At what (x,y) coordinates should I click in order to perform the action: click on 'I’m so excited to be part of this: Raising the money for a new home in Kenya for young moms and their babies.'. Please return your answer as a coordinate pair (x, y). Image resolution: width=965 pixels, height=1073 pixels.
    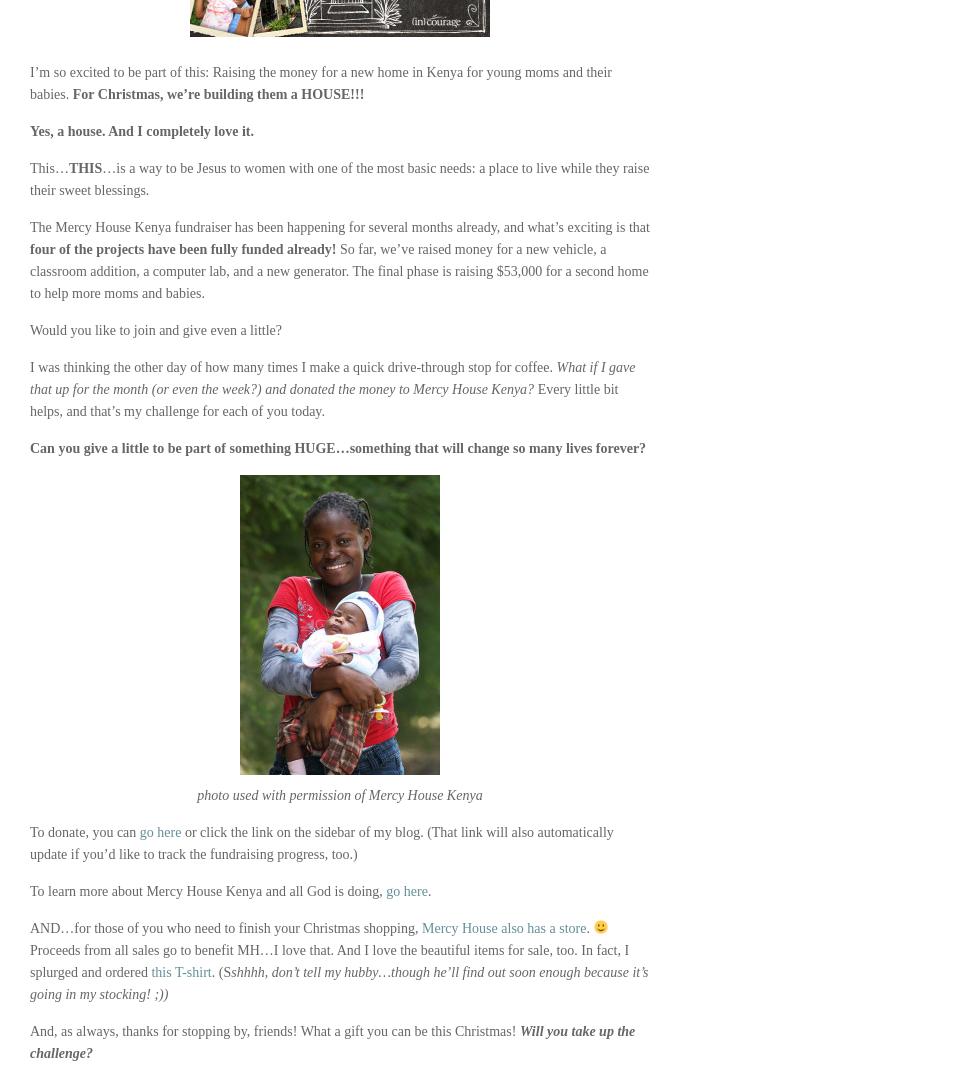
    Looking at the image, I should click on (319, 83).